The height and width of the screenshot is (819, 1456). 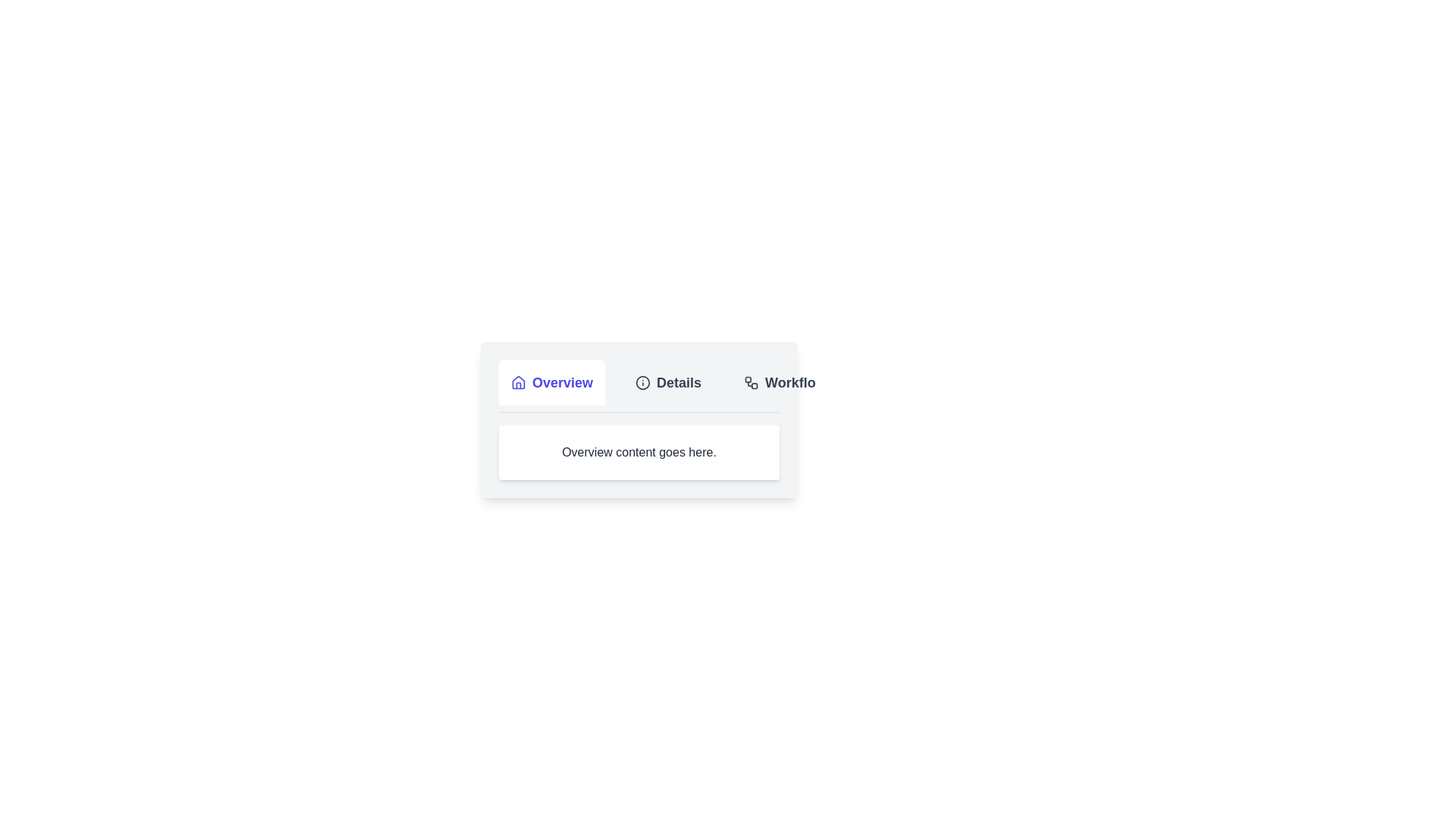 What do you see at coordinates (639, 385) in the screenshot?
I see `the Navigation menu options` at bounding box center [639, 385].